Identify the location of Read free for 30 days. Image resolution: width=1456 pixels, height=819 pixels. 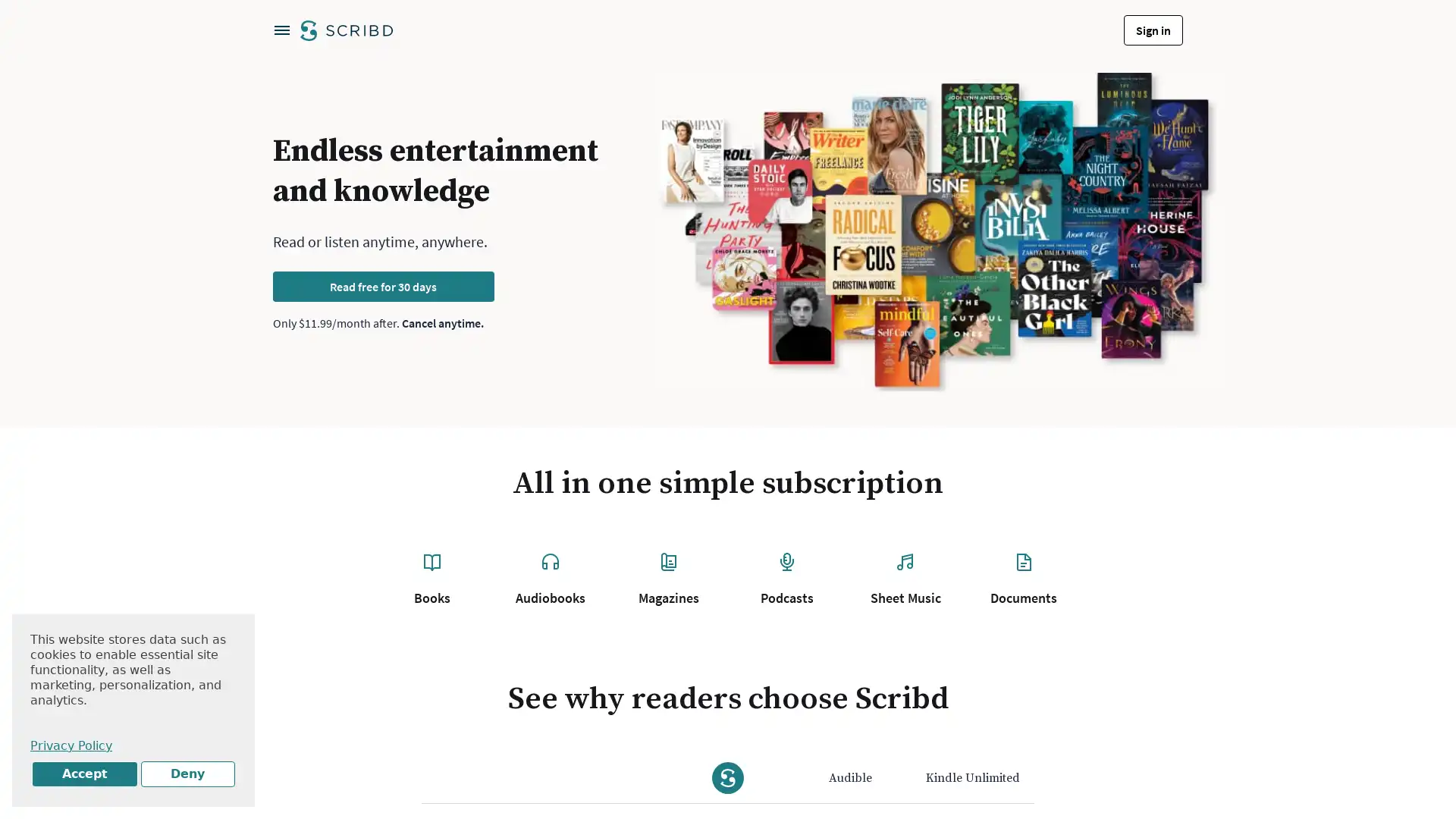
(383, 287).